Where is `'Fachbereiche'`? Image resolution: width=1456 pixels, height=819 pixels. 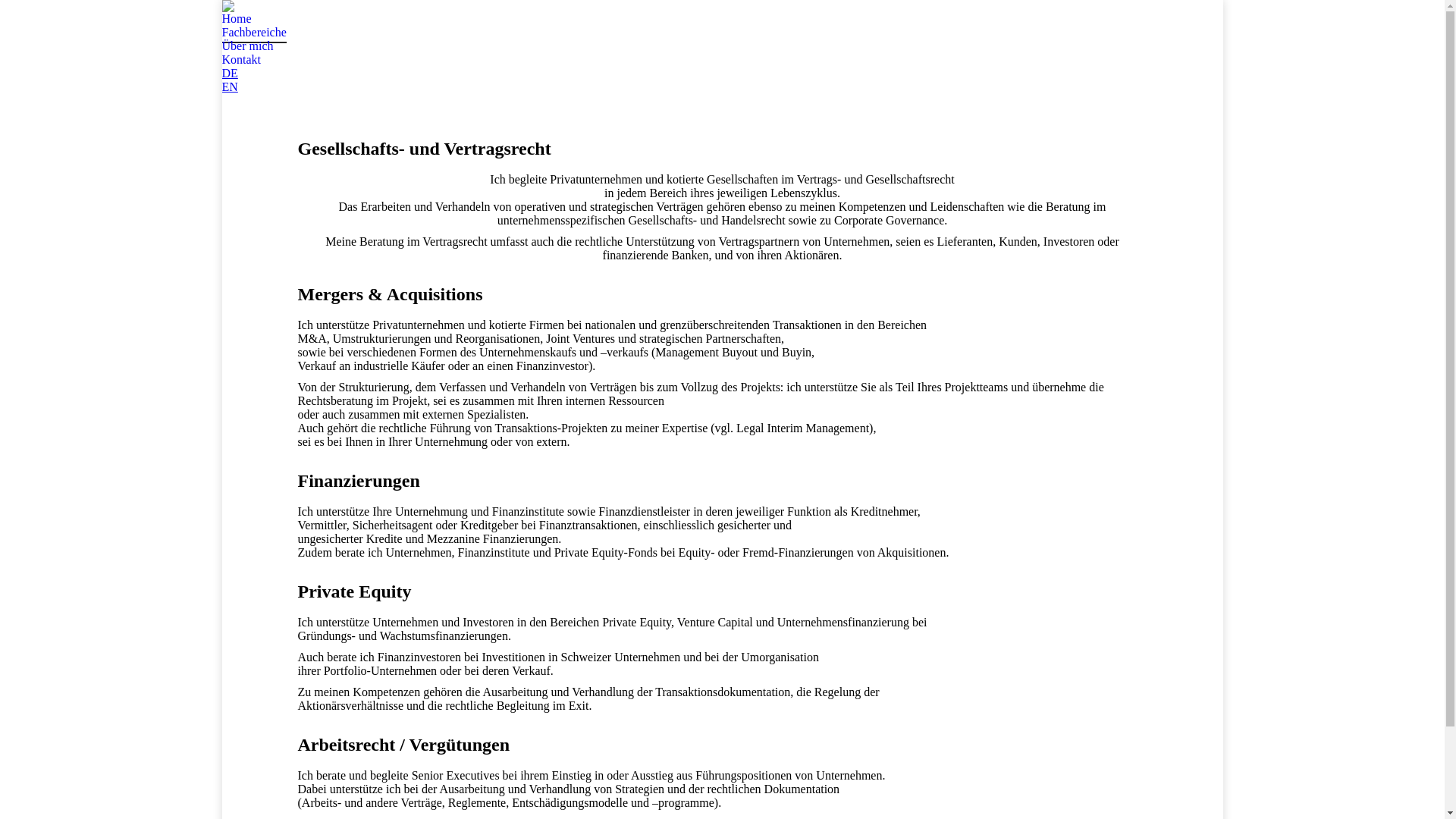 'Fachbereiche' is located at coordinates (221, 32).